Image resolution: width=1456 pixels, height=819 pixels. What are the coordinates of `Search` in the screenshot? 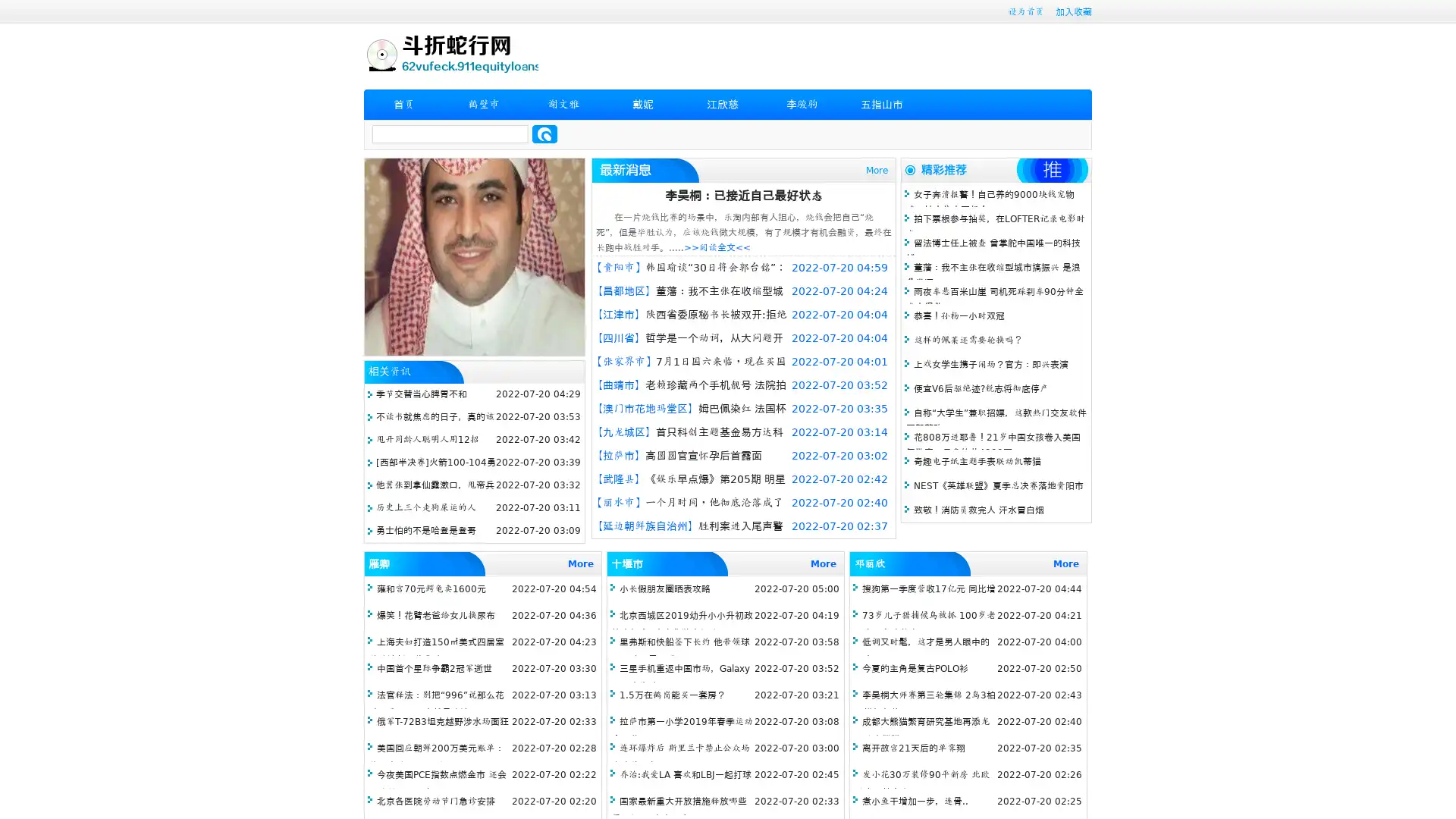 It's located at (544, 133).